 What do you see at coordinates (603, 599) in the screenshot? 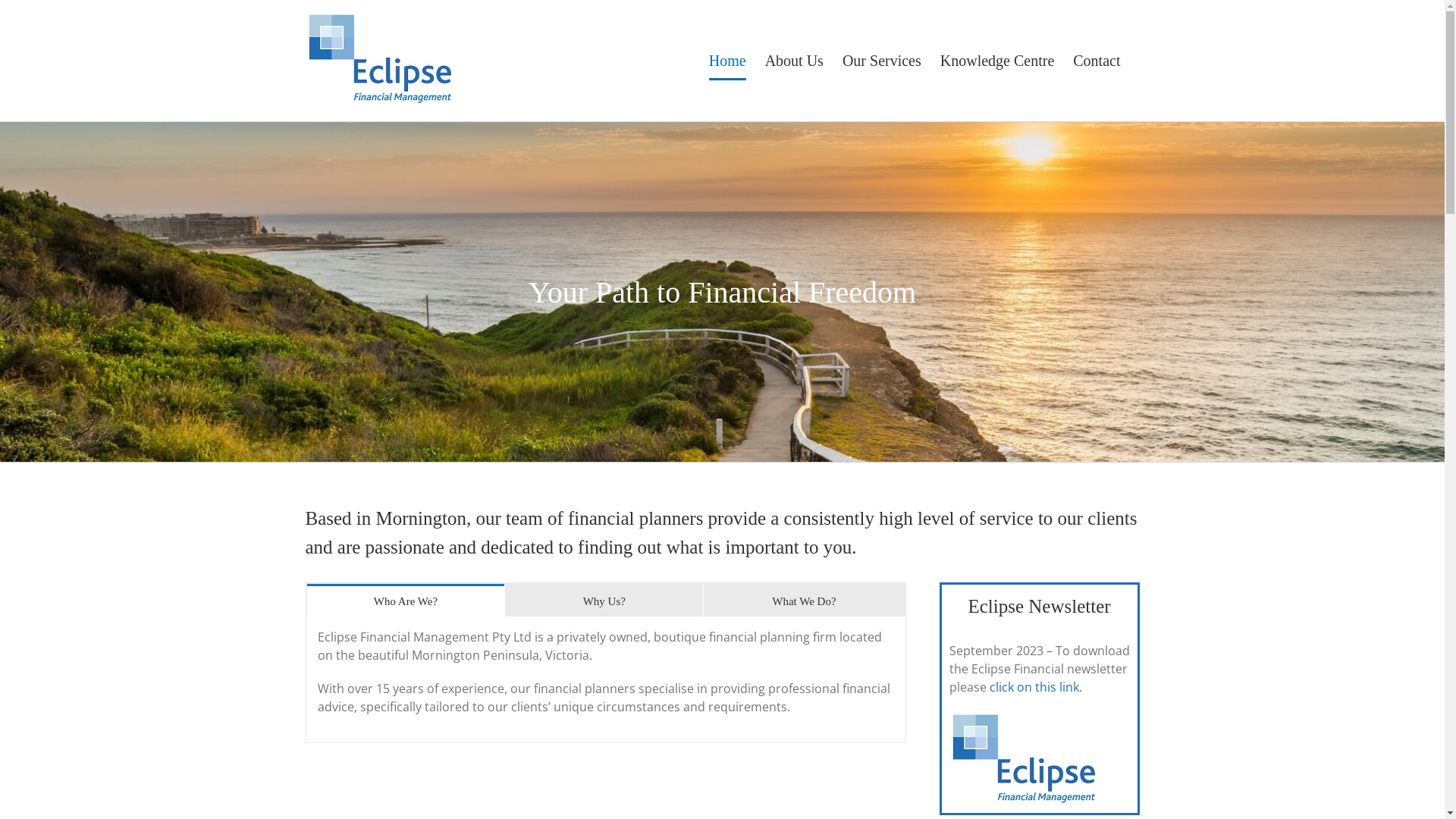
I see `'Why Us?'` at bounding box center [603, 599].